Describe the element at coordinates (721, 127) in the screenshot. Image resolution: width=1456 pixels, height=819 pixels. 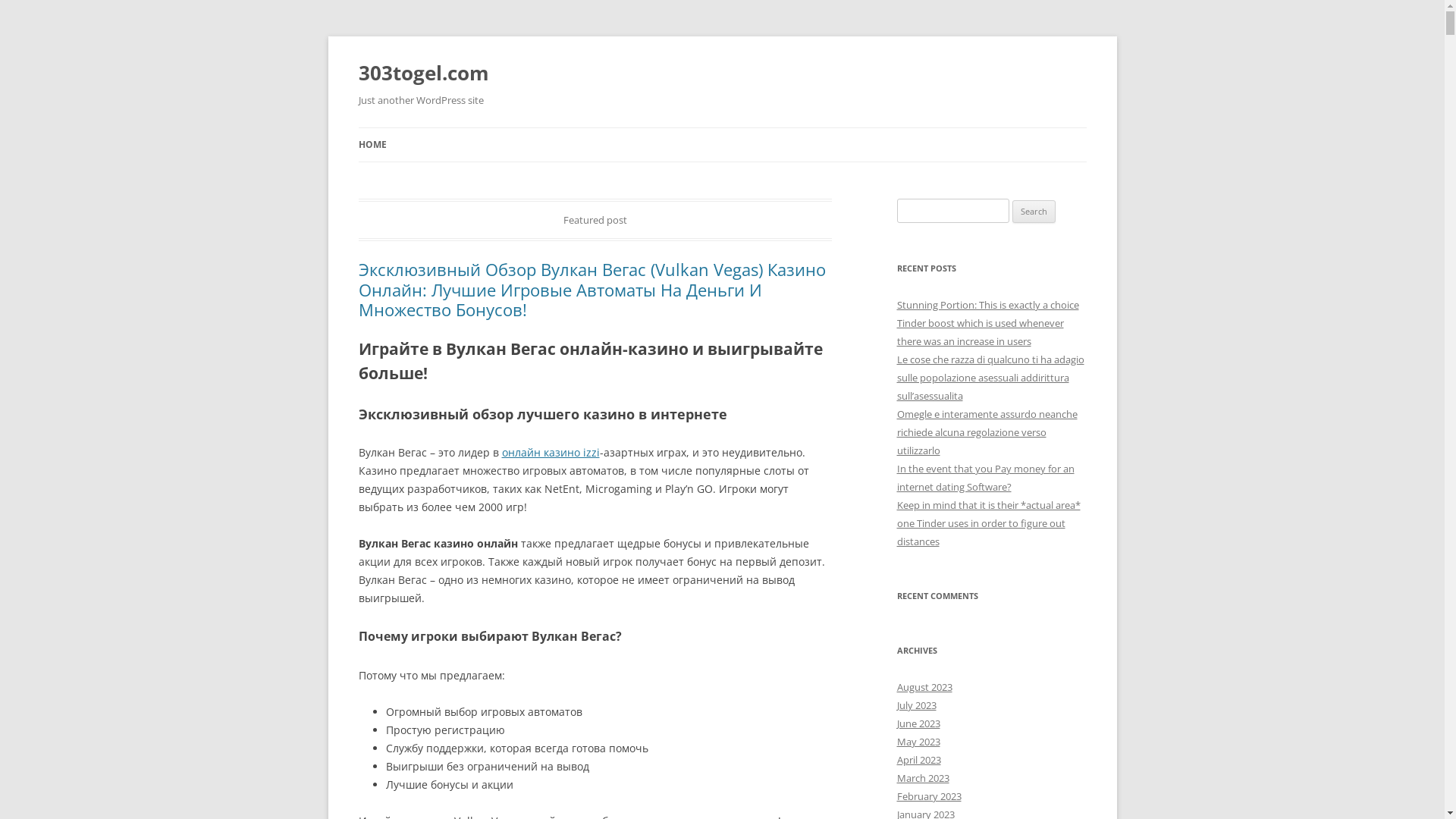
I see `'Skip to content'` at that location.